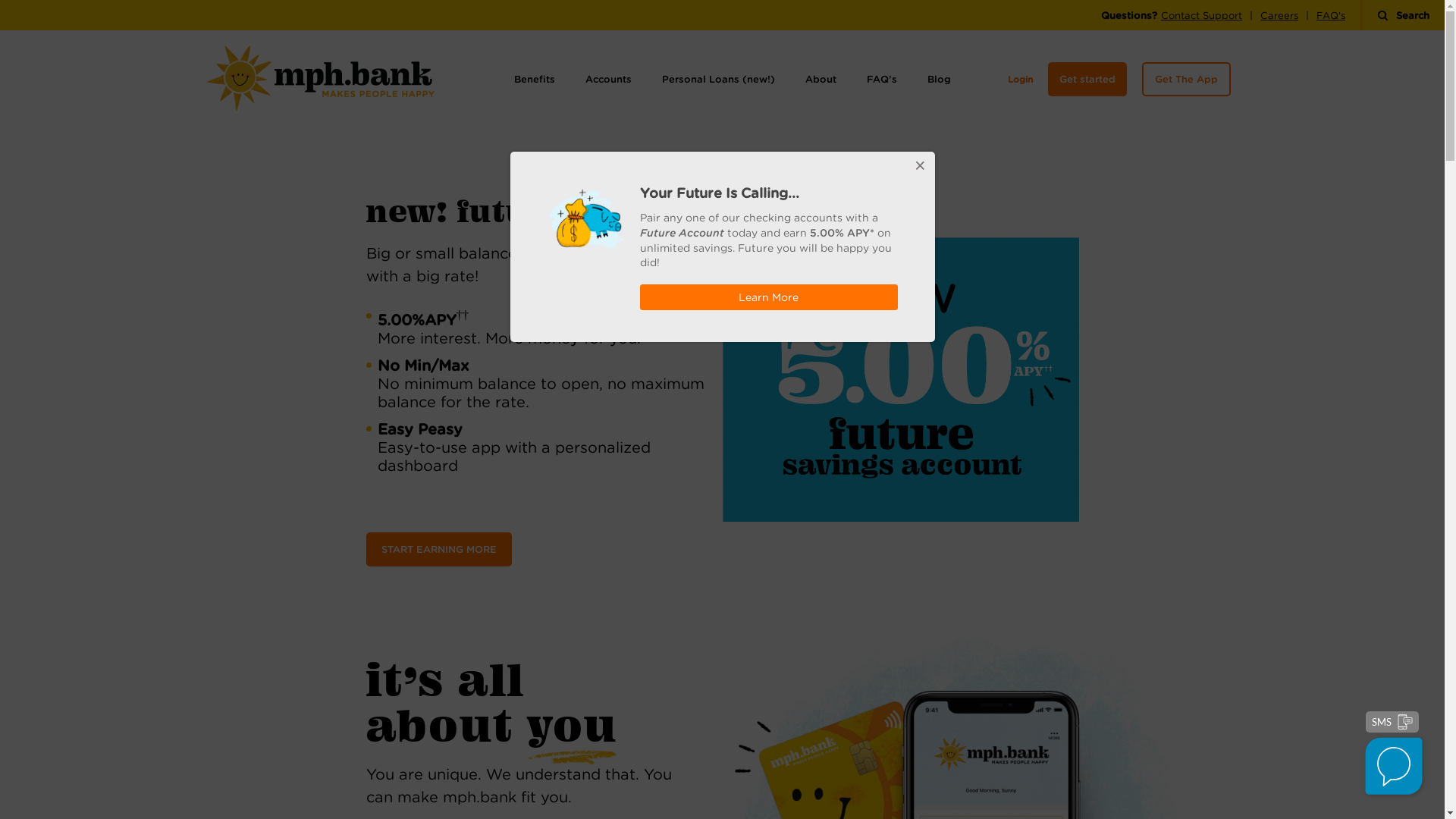 Image resolution: width=1456 pixels, height=819 pixels. I want to click on 'SMS', so click(1392, 721).